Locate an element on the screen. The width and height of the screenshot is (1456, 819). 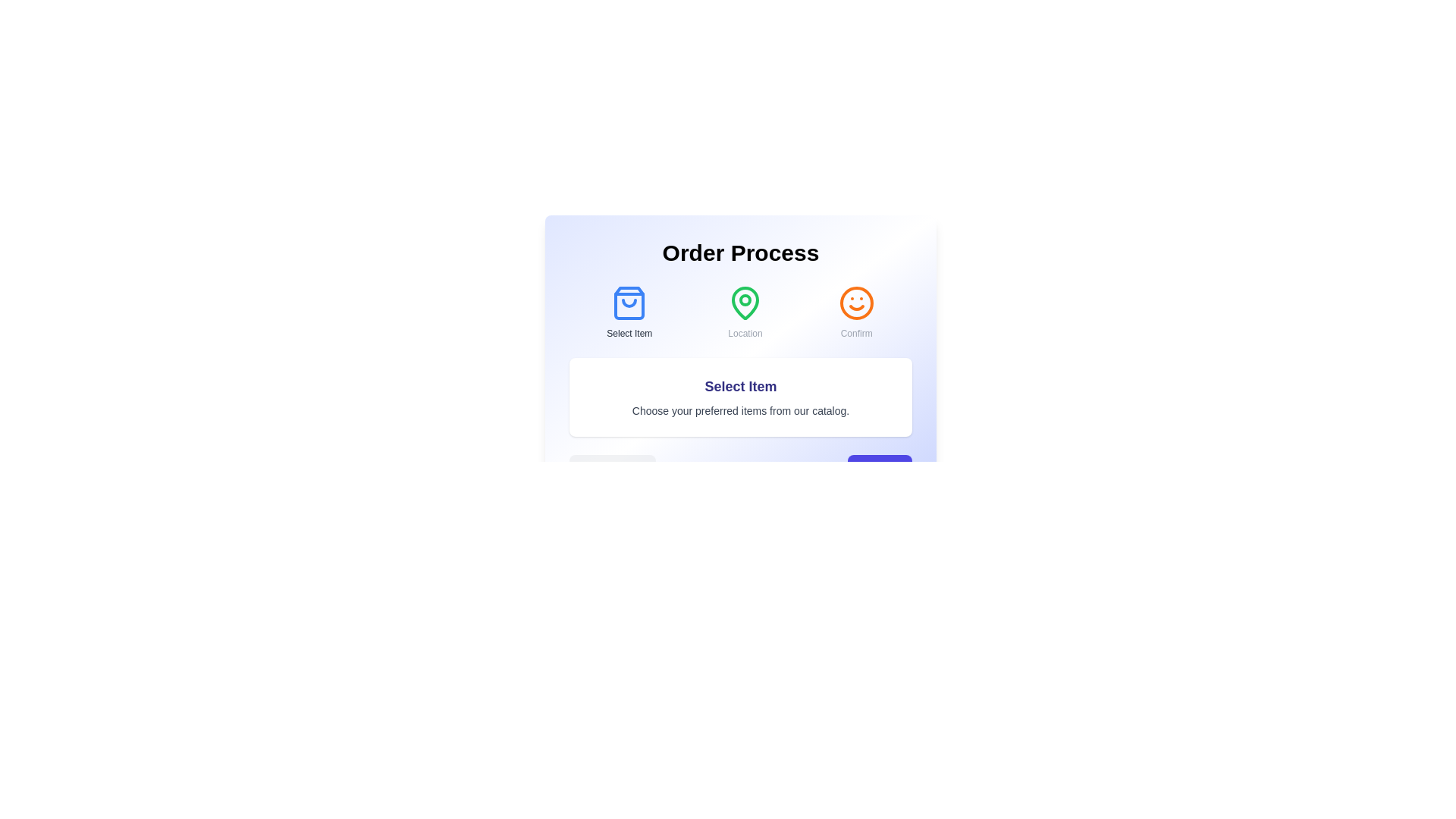
the 'Next' button to navigate to the next step is located at coordinates (880, 469).